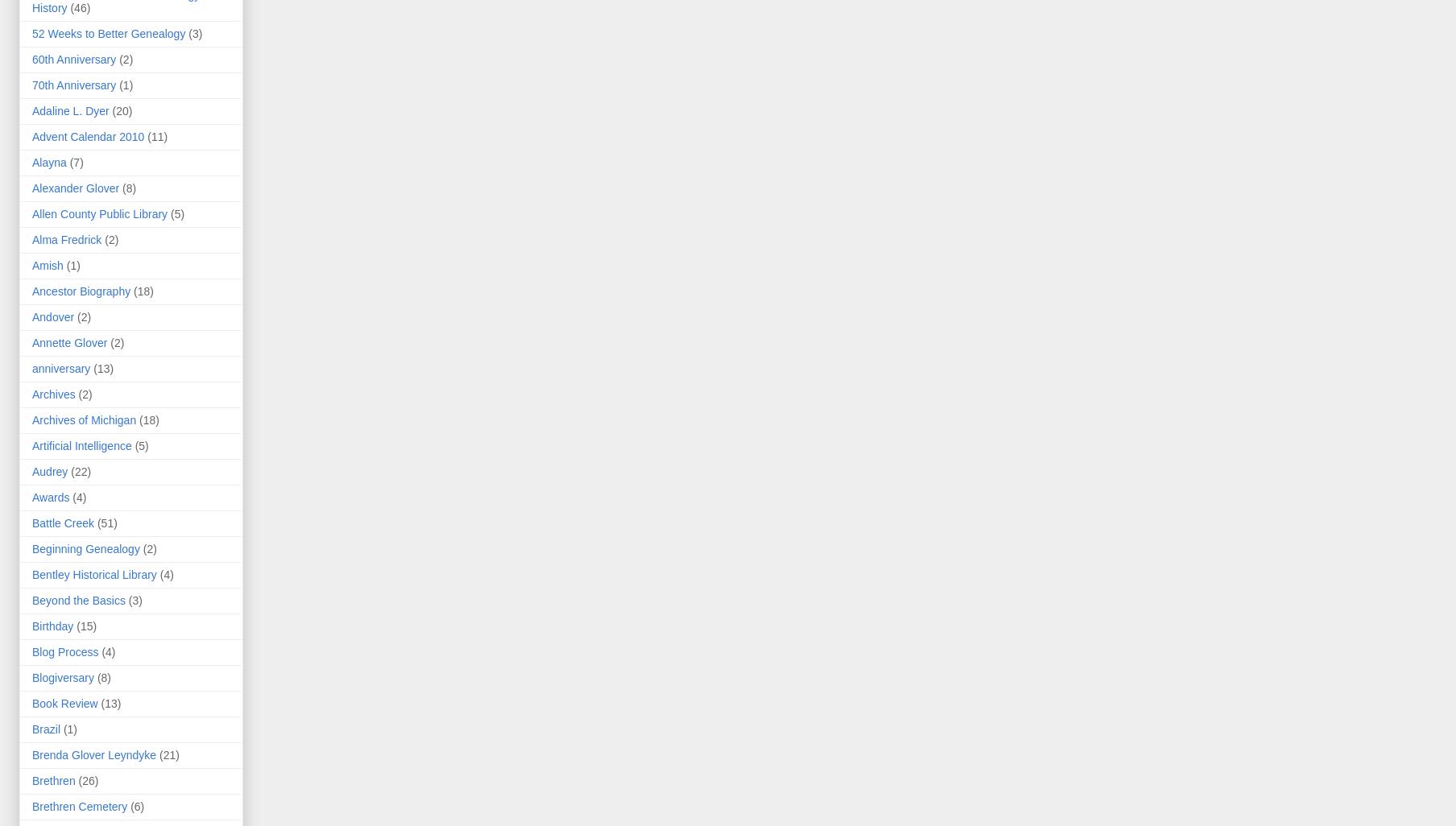 This screenshot has width=1456, height=826. Describe the element at coordinates (53, 394) in the screenshot. I see `'Archives'` at that location.